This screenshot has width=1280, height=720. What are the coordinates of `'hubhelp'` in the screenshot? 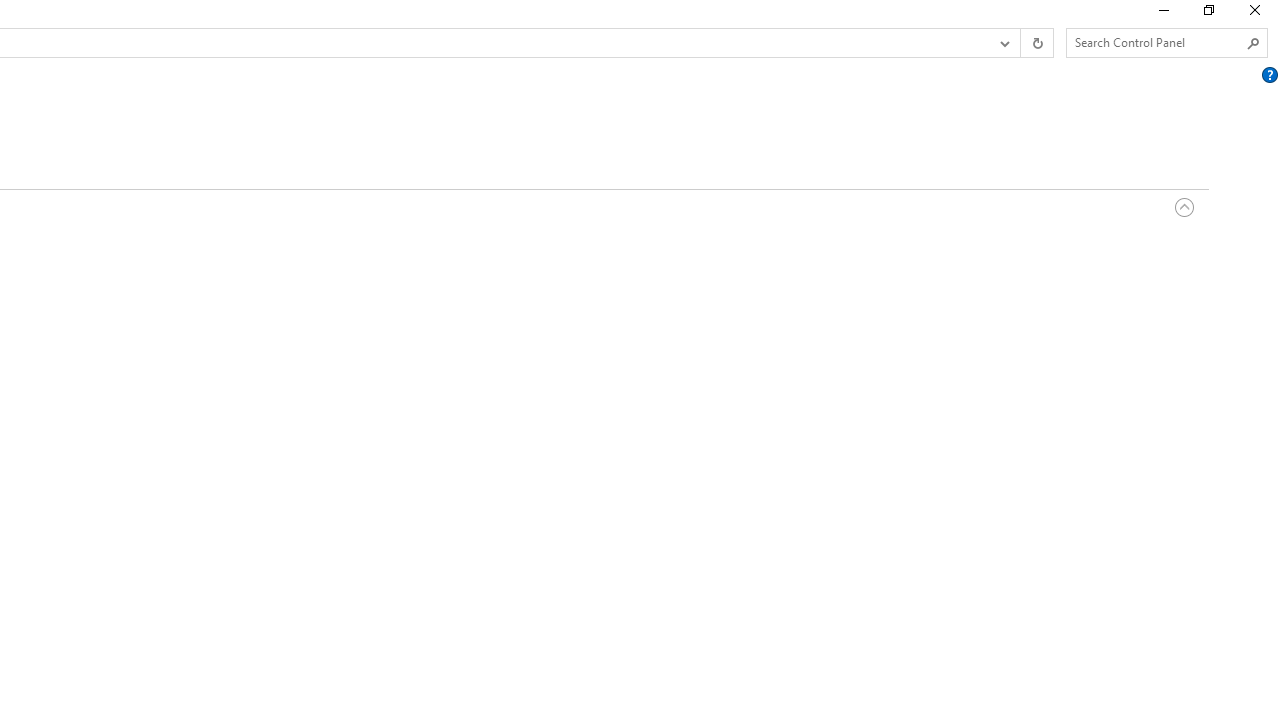 It's located at (1268, 74).